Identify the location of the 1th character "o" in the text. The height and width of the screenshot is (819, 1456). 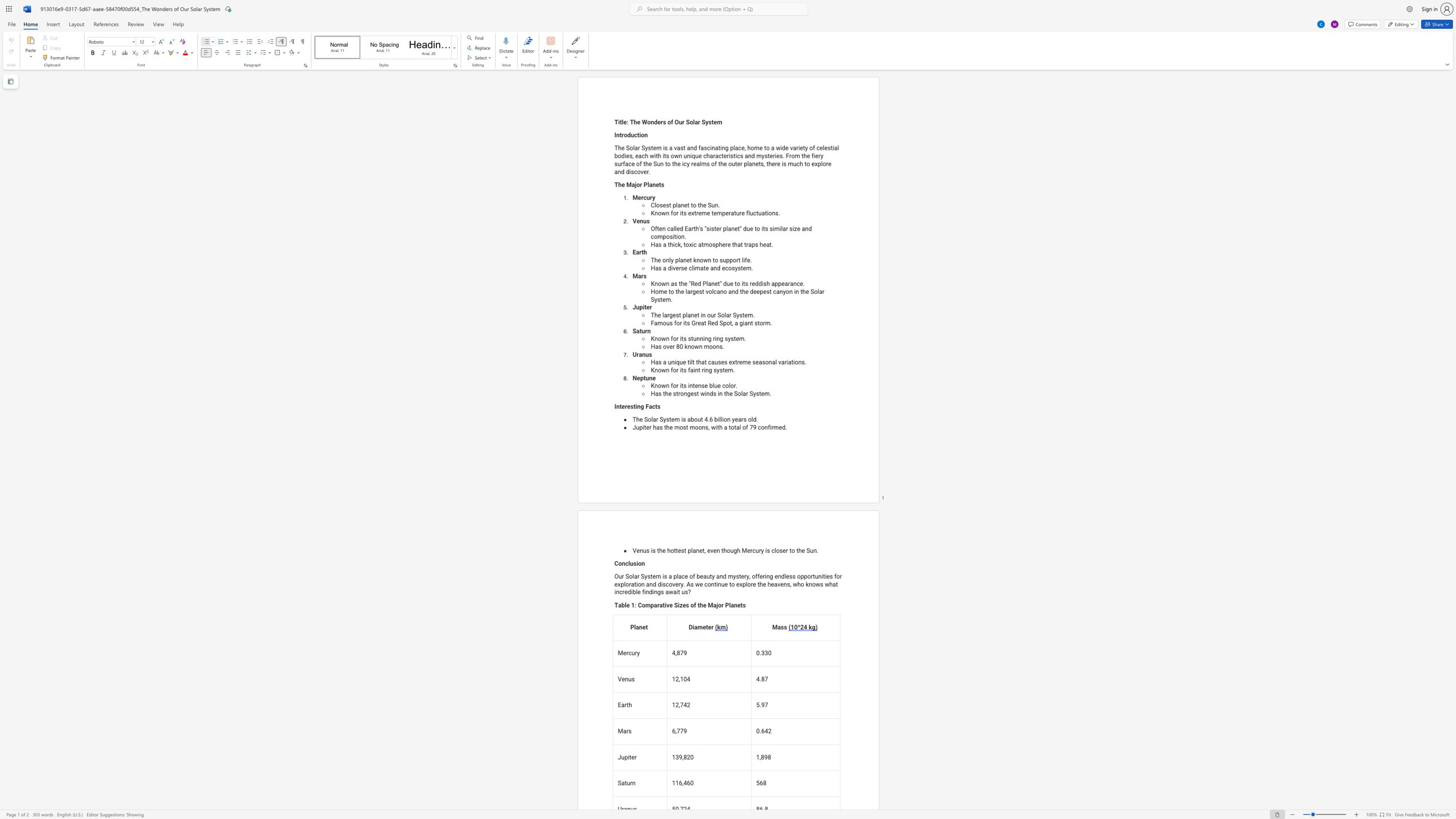
(658, 385).